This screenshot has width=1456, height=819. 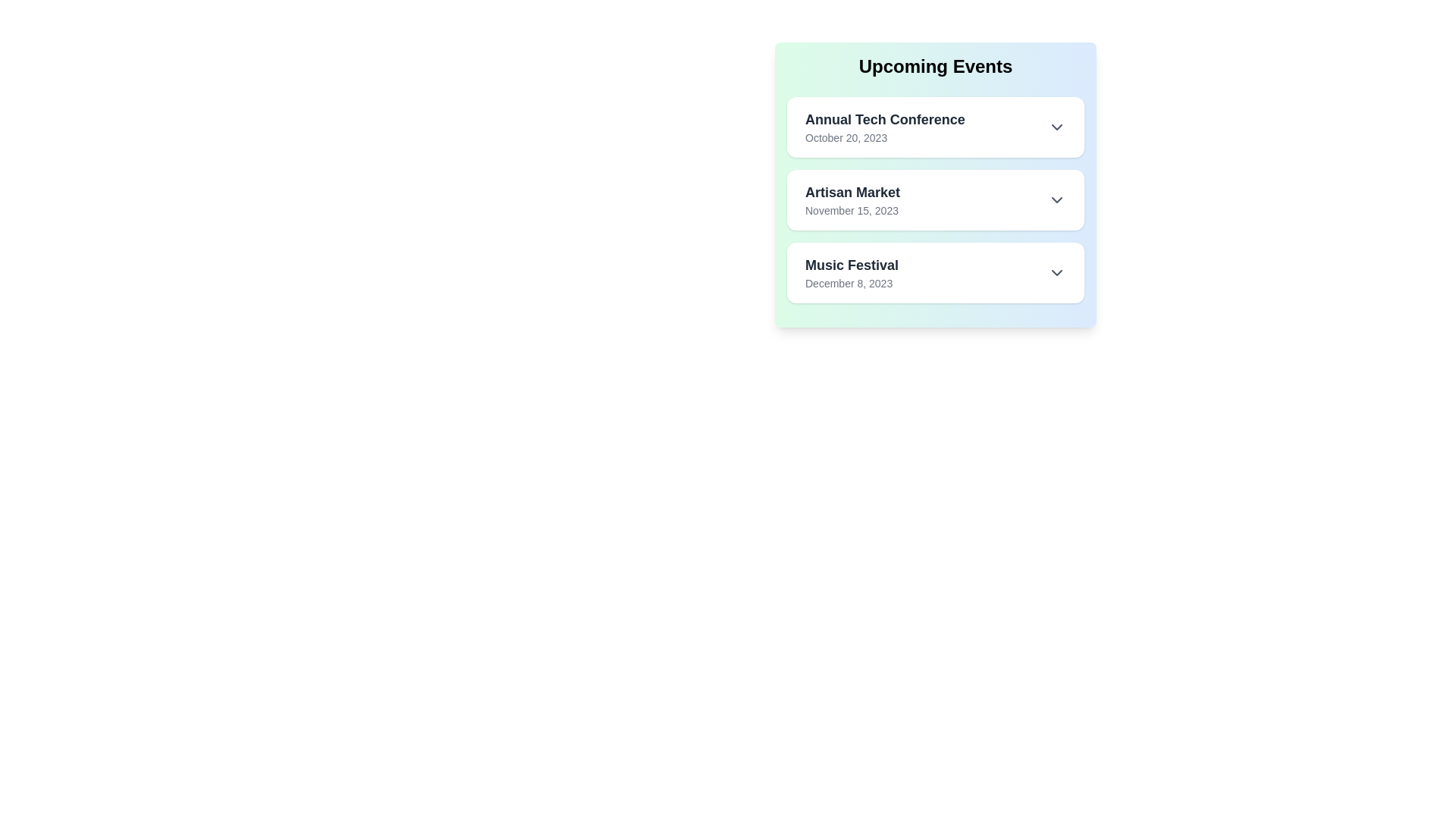 What do you see at coordinates (934, 199) in the screenshot?
I see `the second list item titled 'Artisan Market'` at bounding box center [934, 199].